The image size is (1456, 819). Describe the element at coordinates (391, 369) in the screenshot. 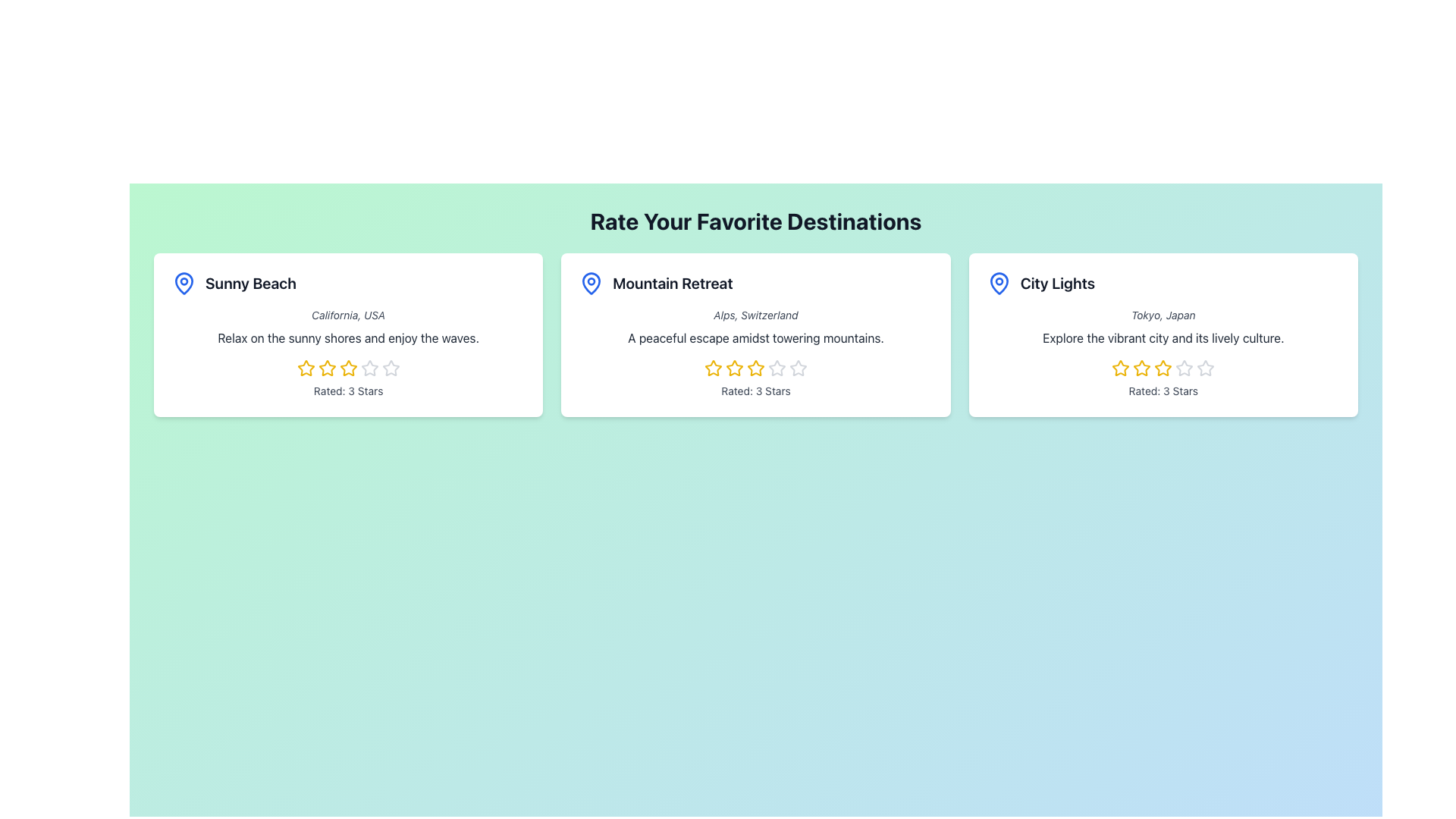

I see `the fifth interactive star icon used for rating below the 'Sunny Beach' title to rate it` at that location.